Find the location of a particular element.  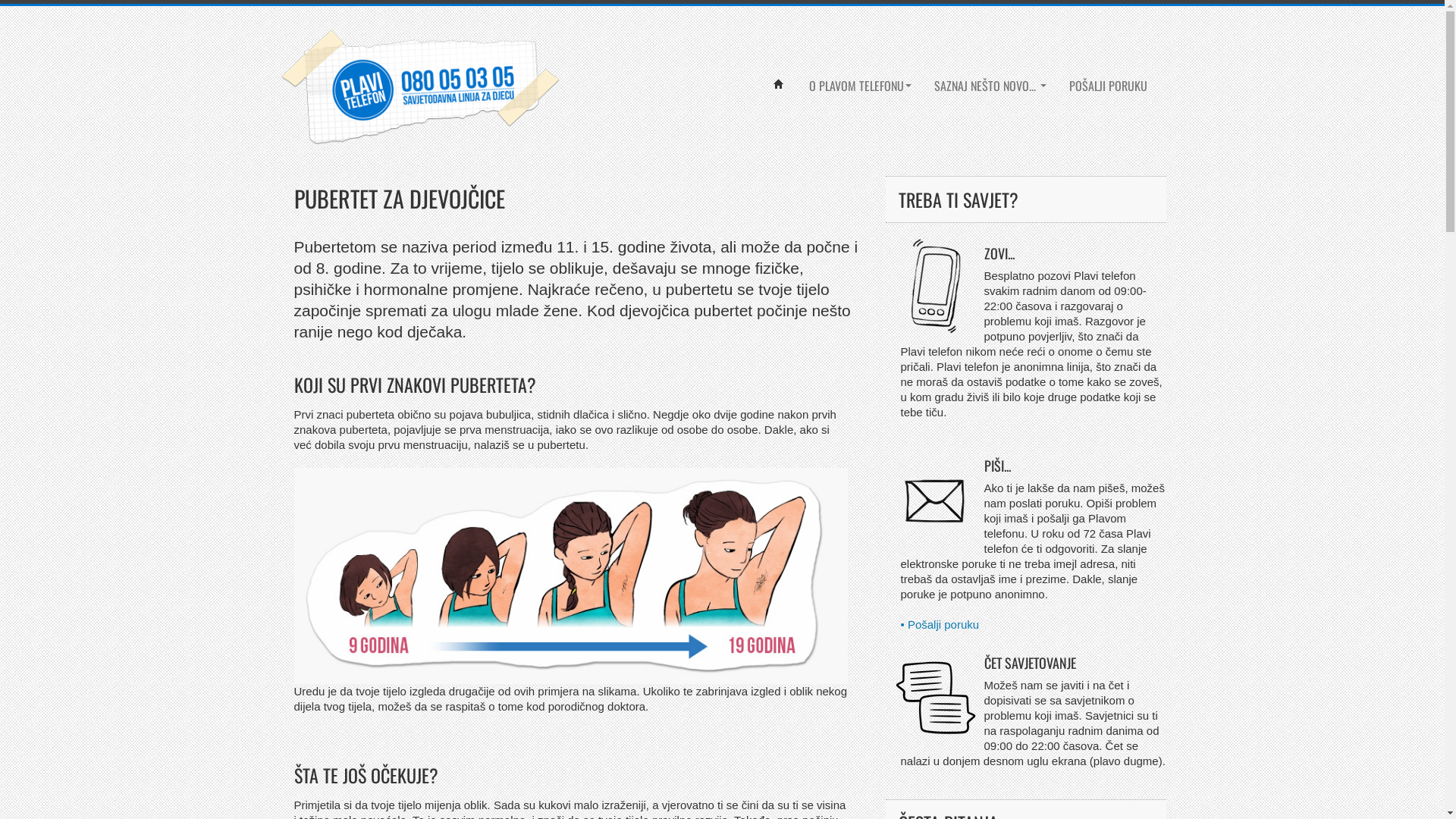

'O PLAVOM TELEFONU' is located at coordinates (860, 85).